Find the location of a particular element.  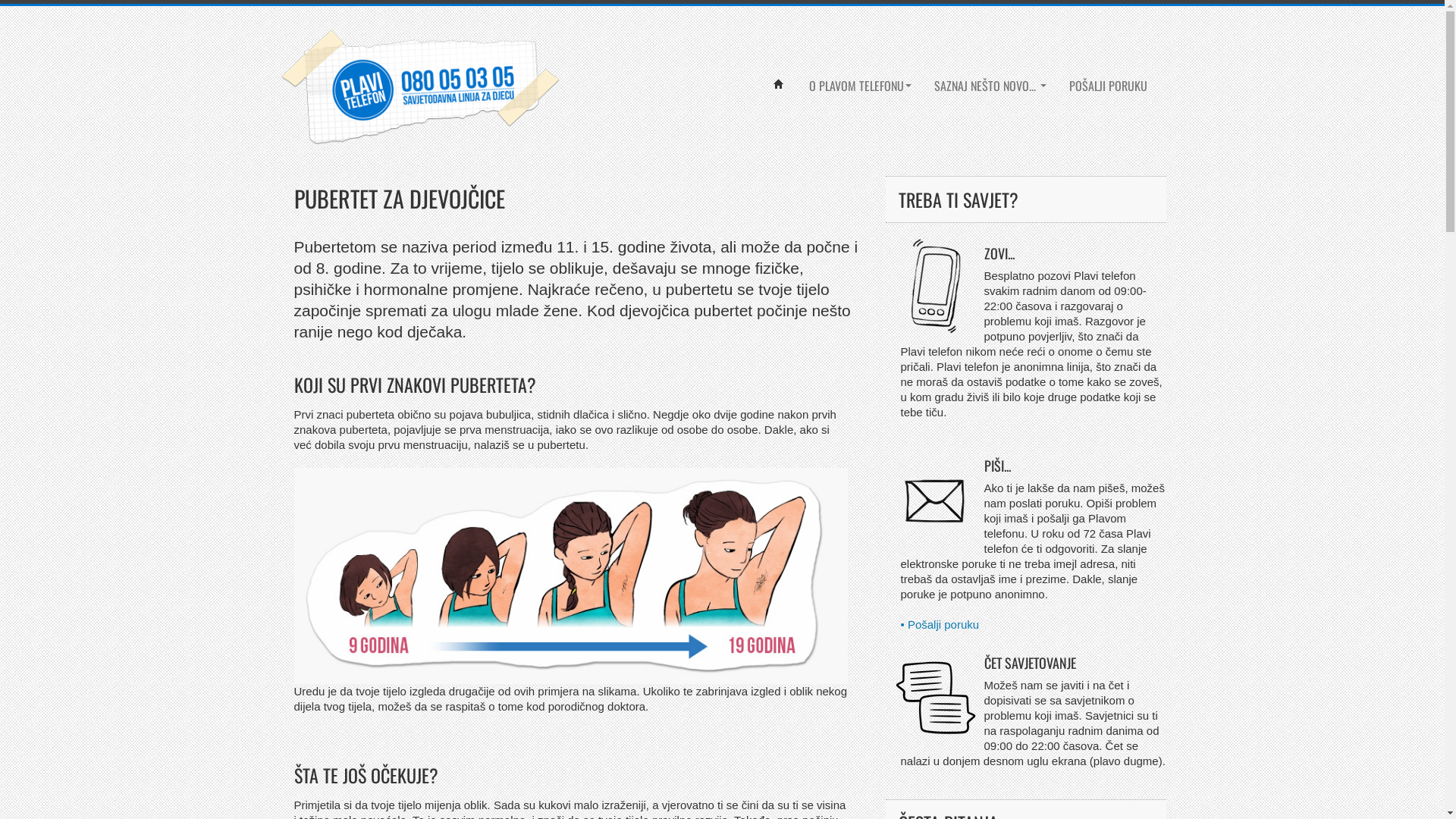

'O PLAVOM TELEFONU' is located at coordinates (860, 85).